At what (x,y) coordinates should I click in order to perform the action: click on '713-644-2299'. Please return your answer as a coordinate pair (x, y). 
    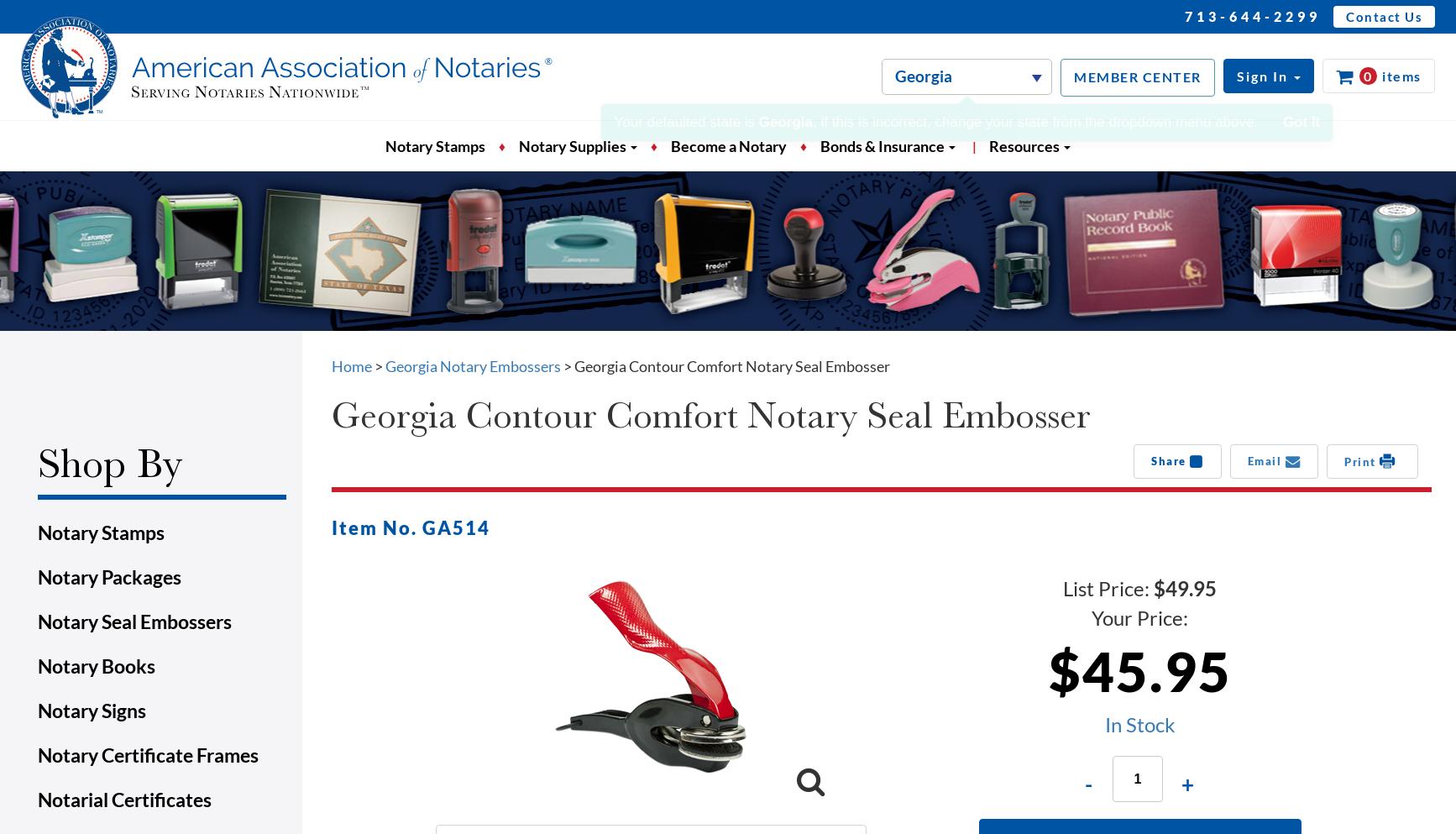
    Looking at the image, I should click on (1251, 15).